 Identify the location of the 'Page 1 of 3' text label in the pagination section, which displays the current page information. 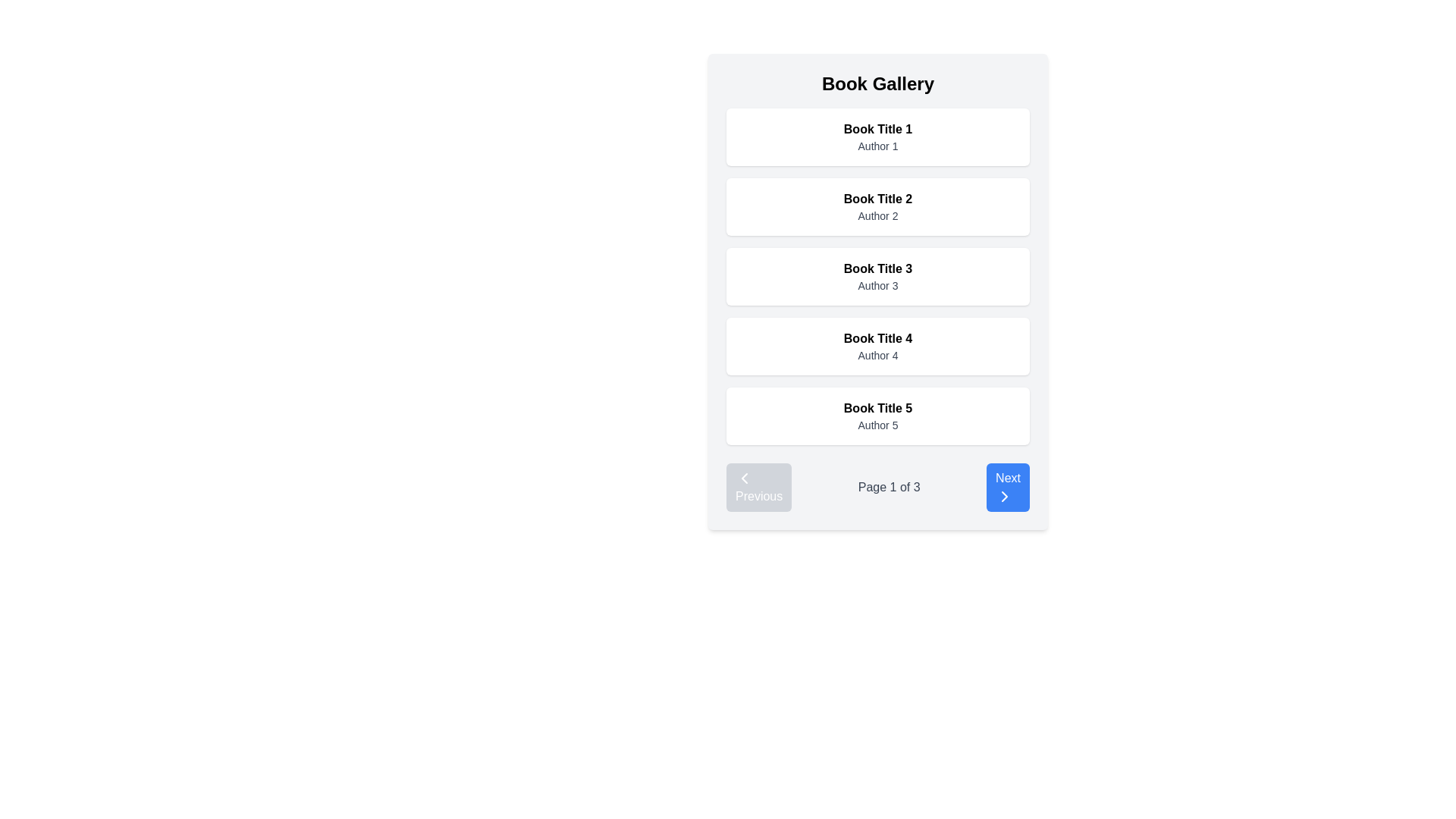
(889, 488).